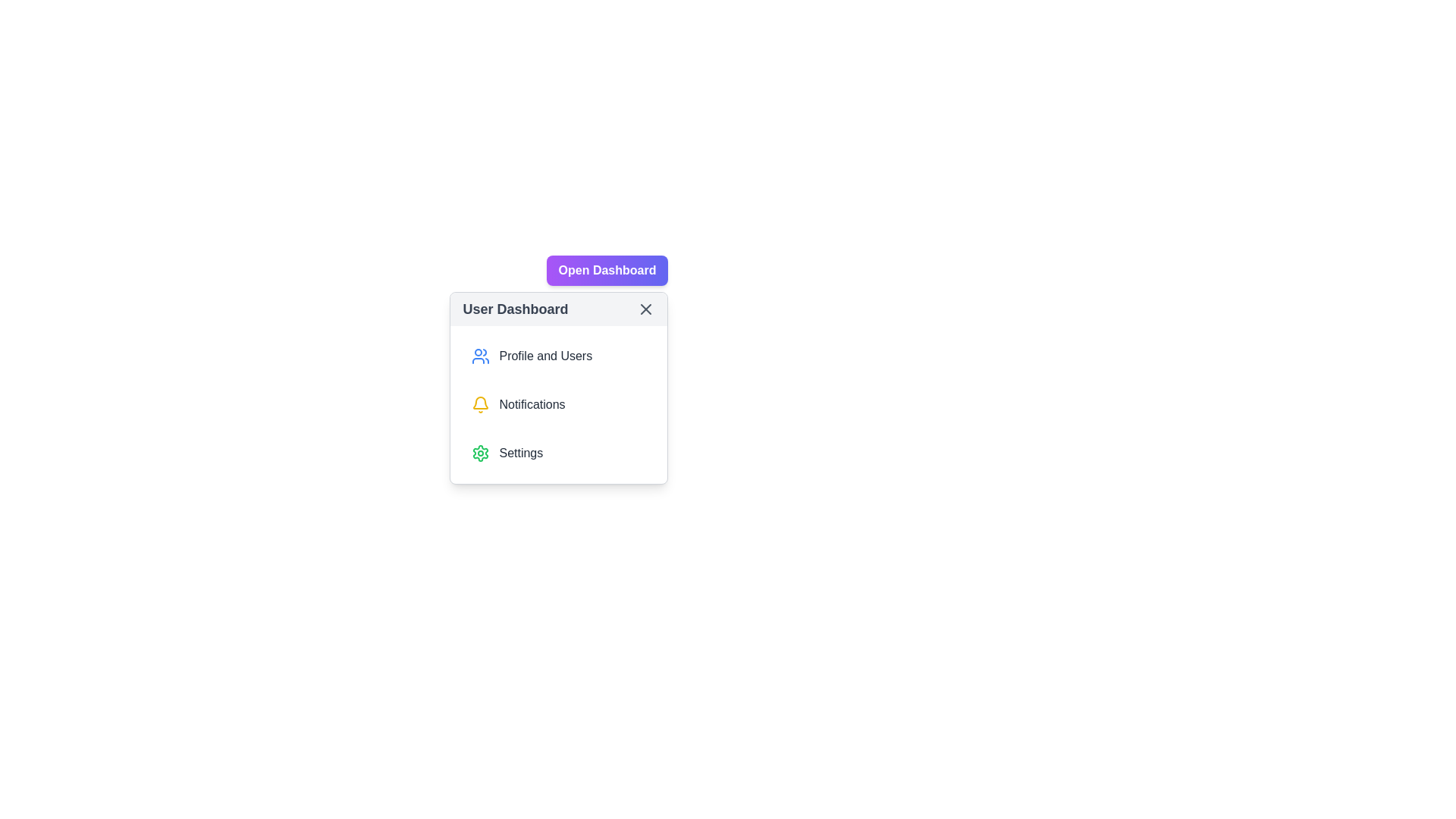 The width and height of the screenshot is (1456, 819). Describe the element at coordinates (558, 356) in the screenshot. I see `the first button in the vertically arranged list of interactive items within the 'User Dashboard' panel, which serves as a navigation link for profiles and user management` at that location.